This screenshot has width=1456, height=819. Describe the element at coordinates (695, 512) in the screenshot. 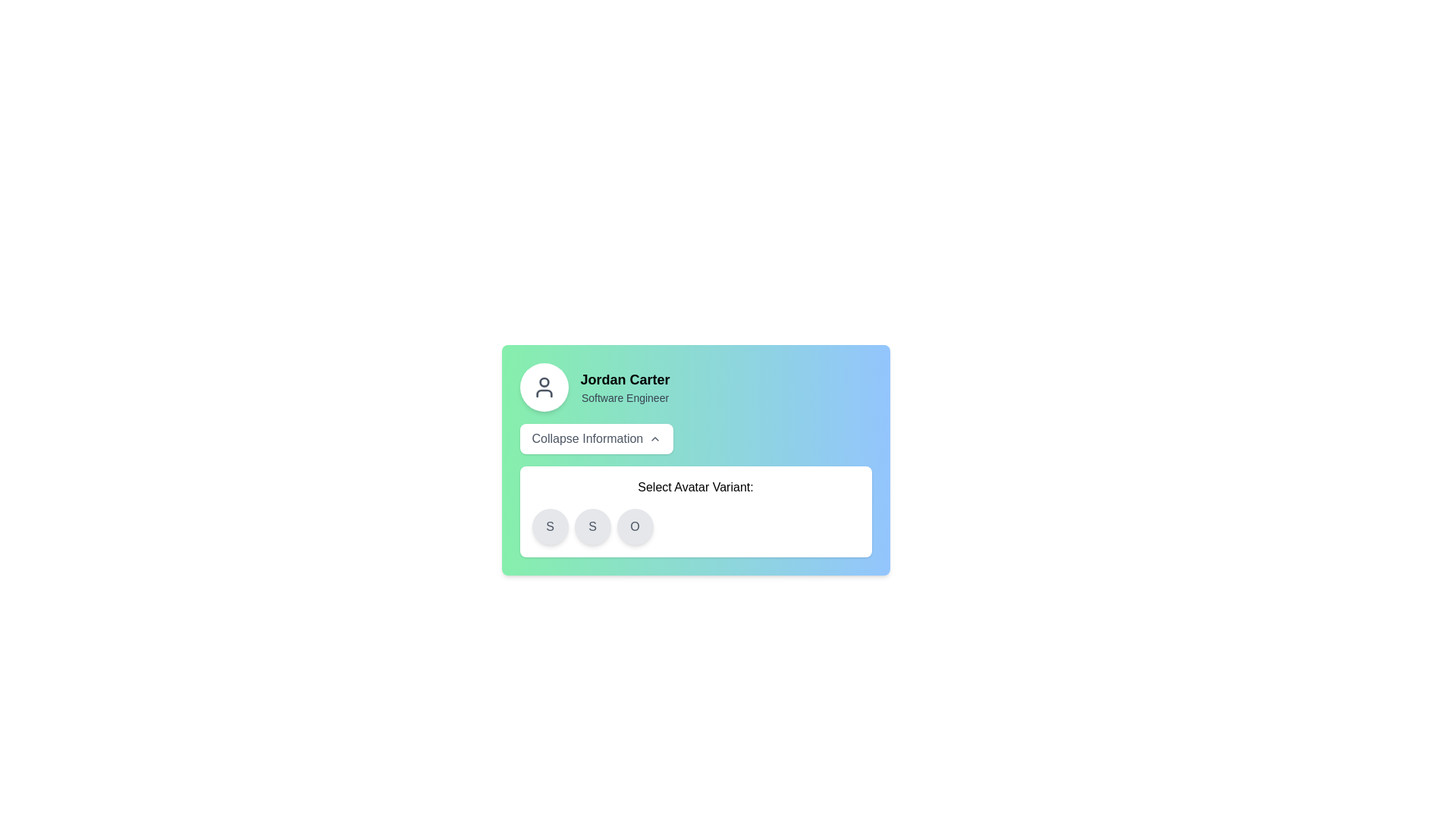

I see `the selectable avatar icons located in the lower part of the card underneath the 'Collapse Information' button` at that location.